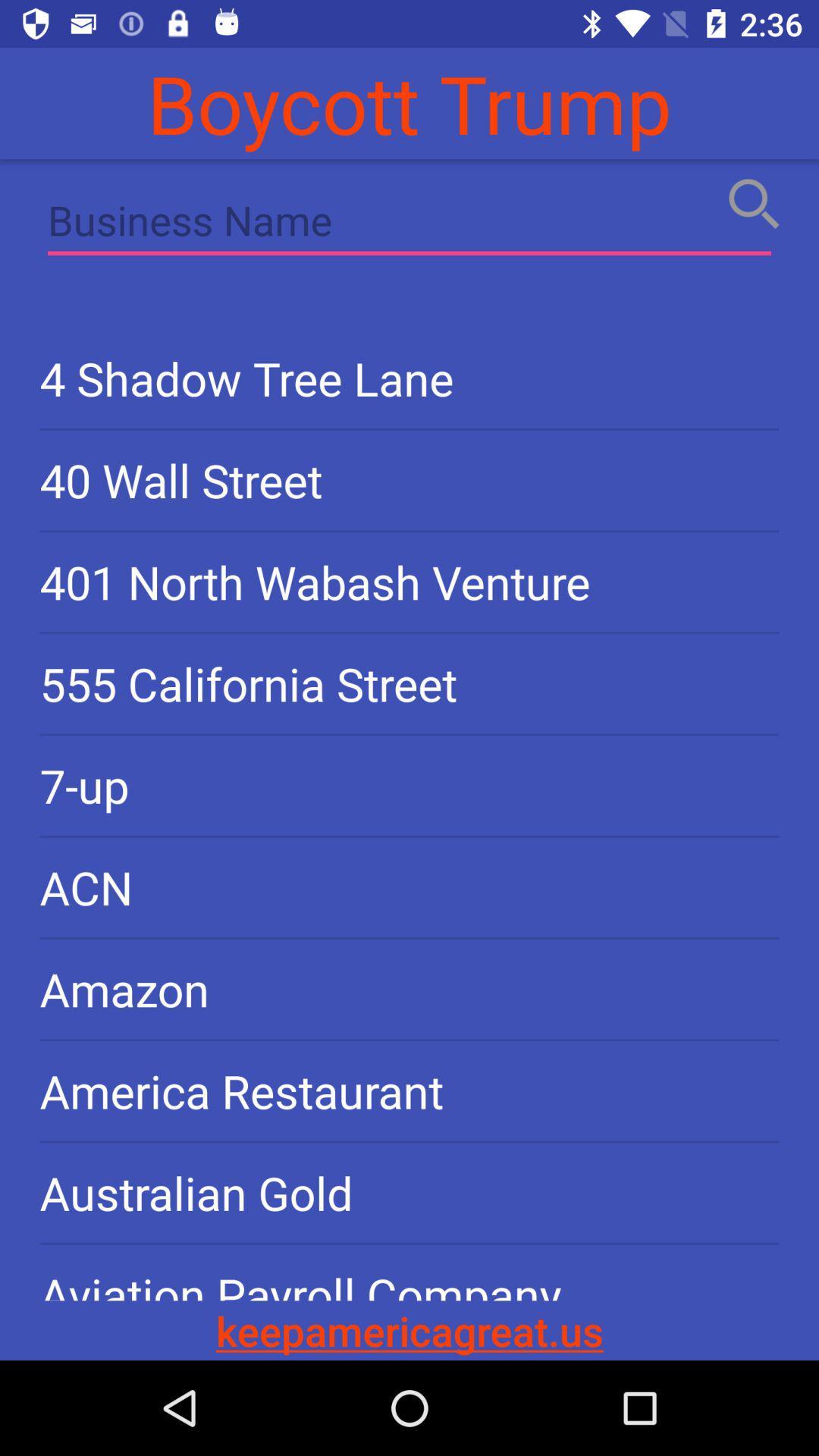 This screenshot has width=819, height=1456. What do you see at coordinates (409, 682) in the screenshot?
I see `555 california street icon` at bounding box center [409, 682].